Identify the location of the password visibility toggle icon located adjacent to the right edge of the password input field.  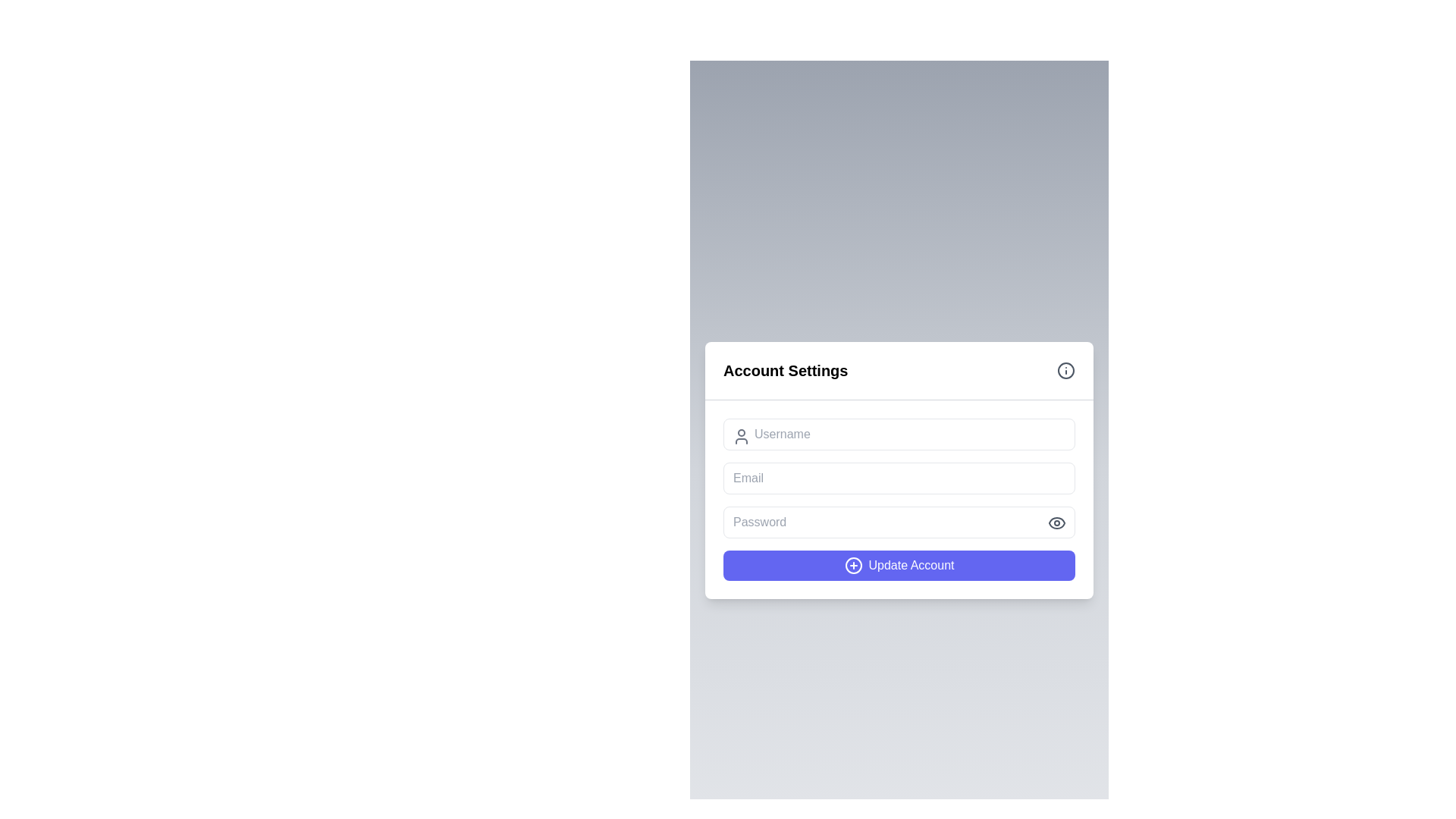
(1056, 522).